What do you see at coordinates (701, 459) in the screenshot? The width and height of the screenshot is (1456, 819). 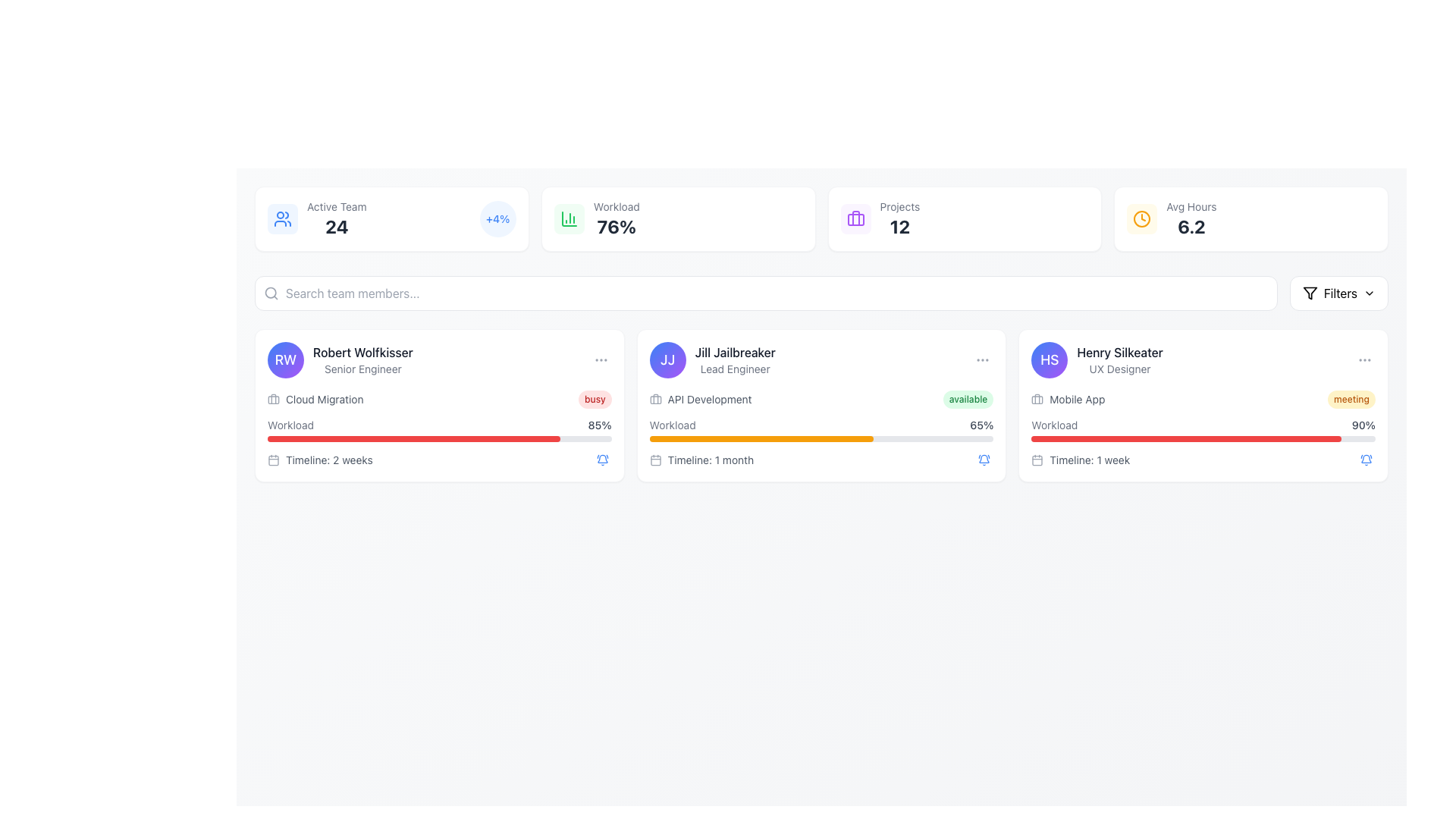 I see `the text label with the calendar icon that displays 'Timeline: 1 month' located in the second card for 'Jill Jailbreaker', positioned below the workload progress bar` at bounding box center [701, 459].